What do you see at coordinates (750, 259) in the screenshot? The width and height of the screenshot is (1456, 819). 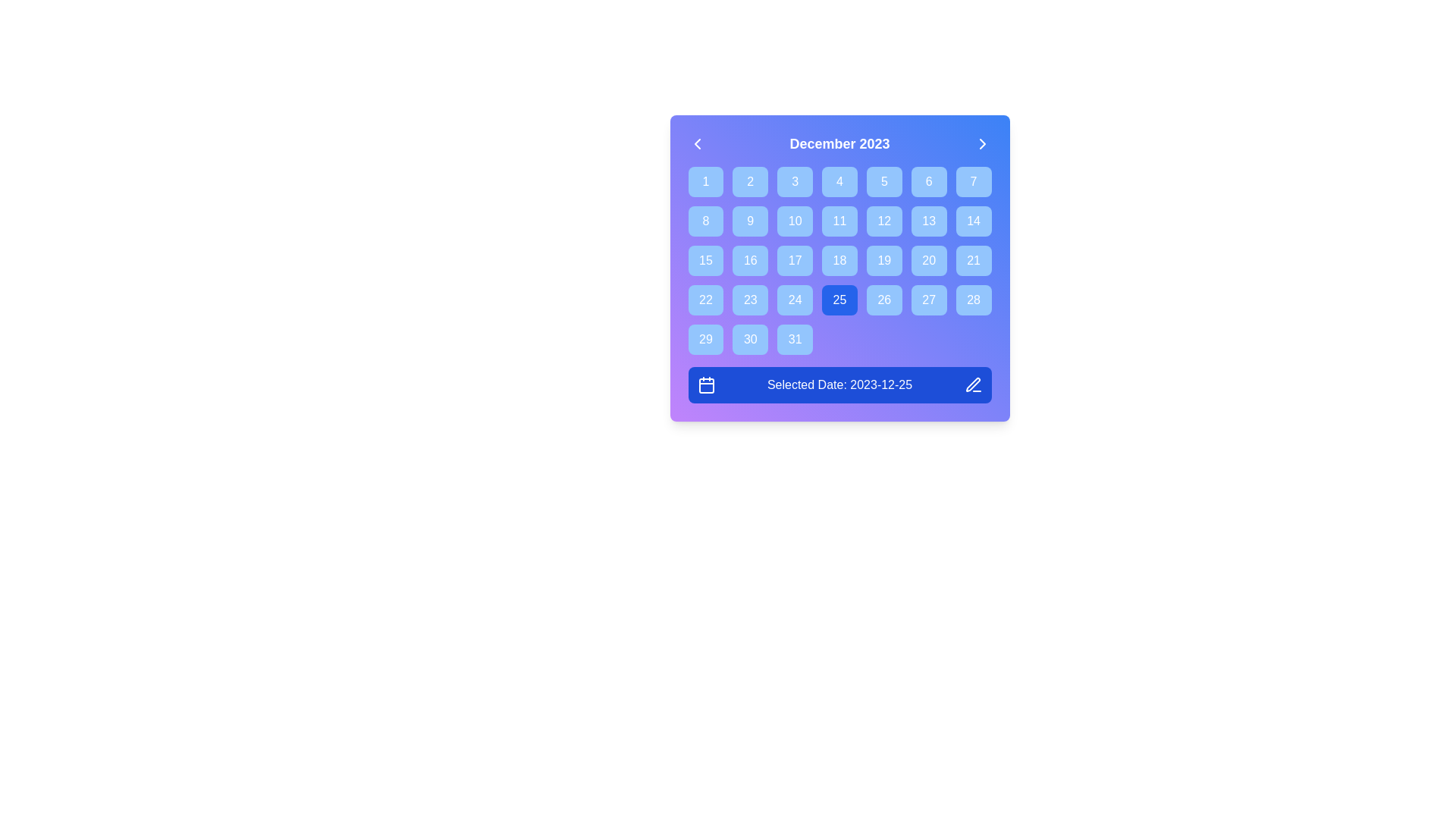 I see `the date selector button for the 16th day of the month within the calendar` at bounding box center [750, 259].